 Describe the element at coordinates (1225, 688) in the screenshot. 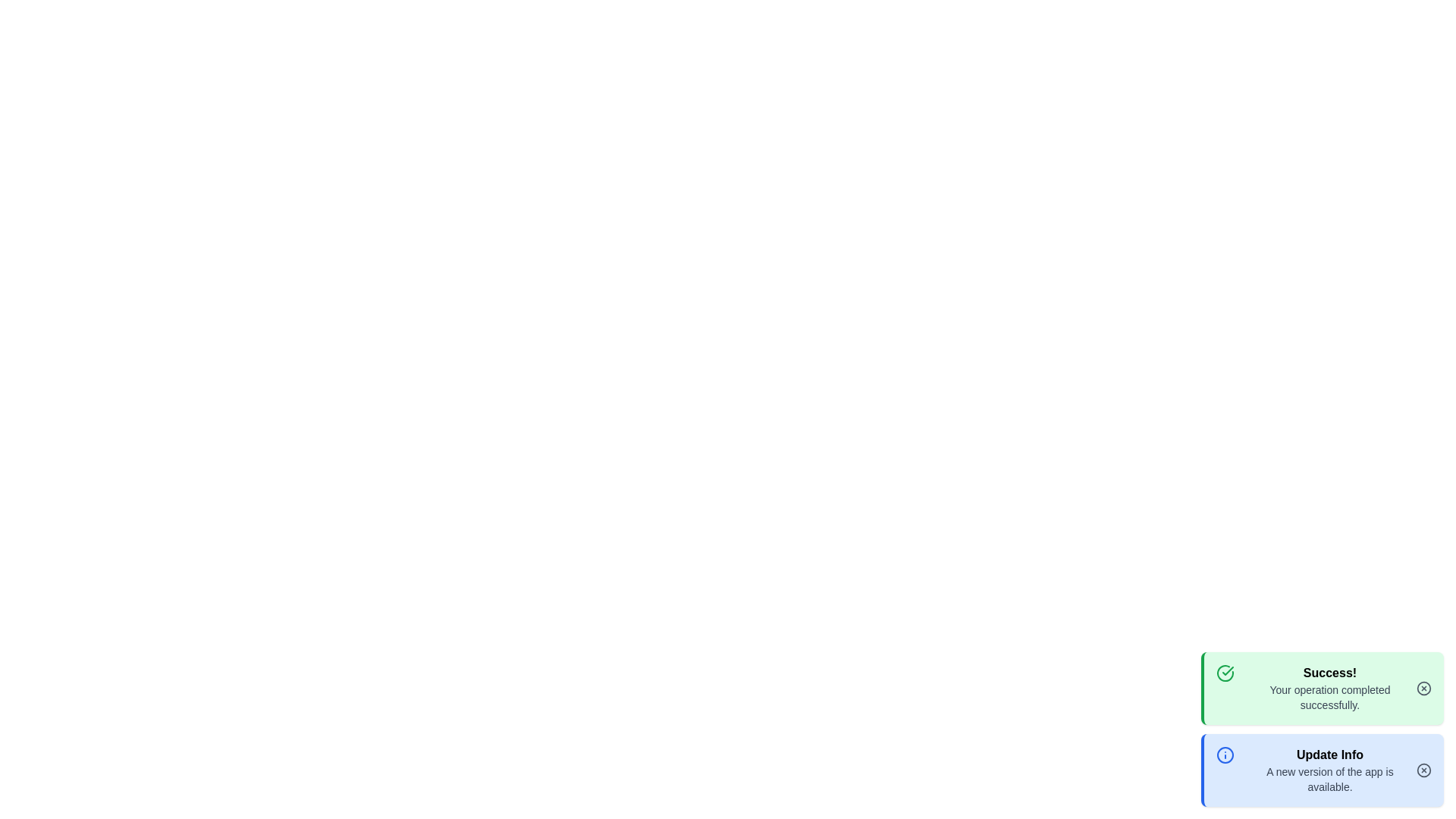

I see `the green checkmark icon within the green-highlighted notification box that indicates a successful operation` at that location.